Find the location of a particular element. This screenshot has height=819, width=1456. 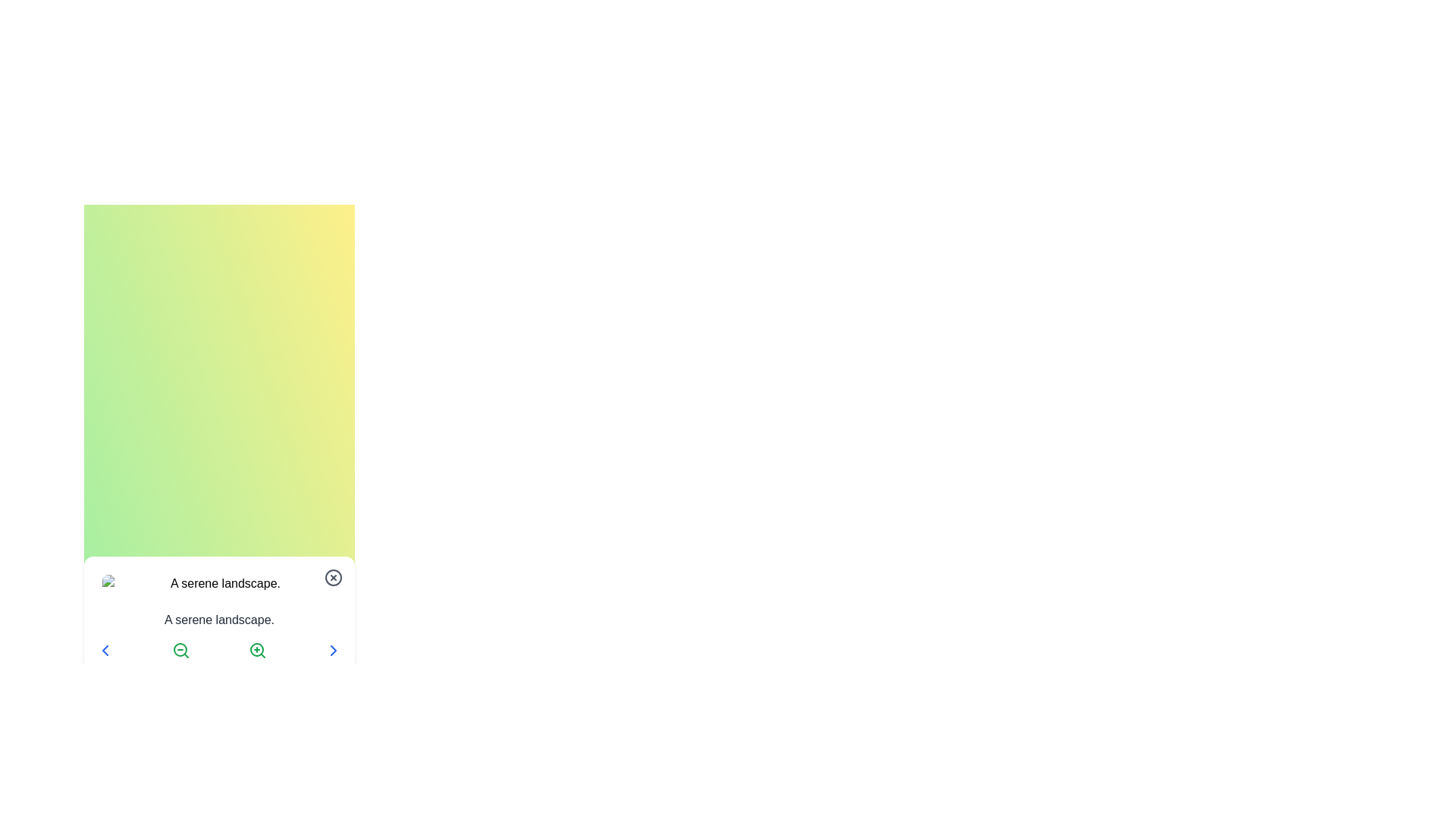

the zoom out button located in the bottom control panel, which is the second icon from the left is located at coordinates (181, 649).